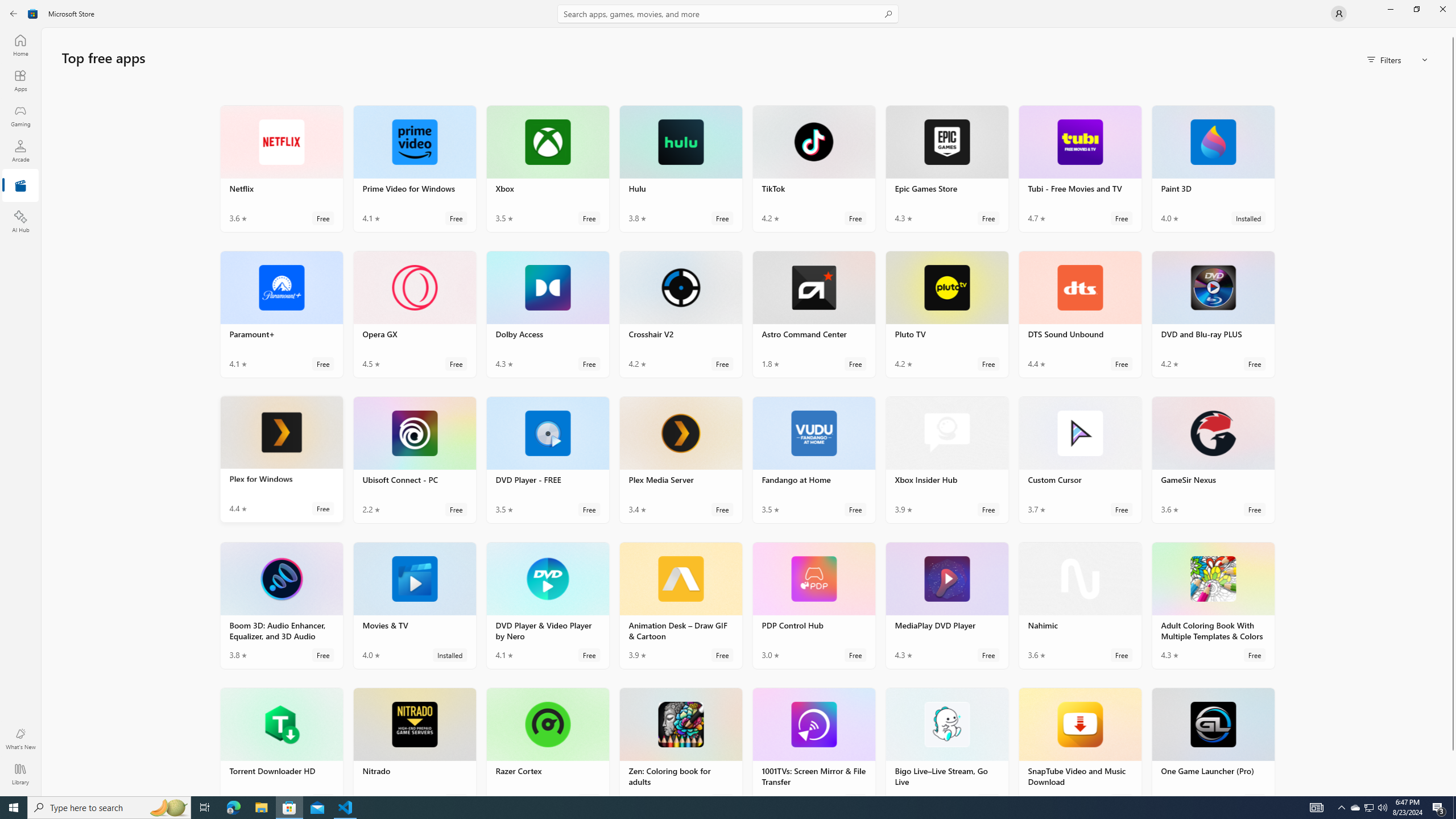  I want to click on 'What', so click(19, 738).